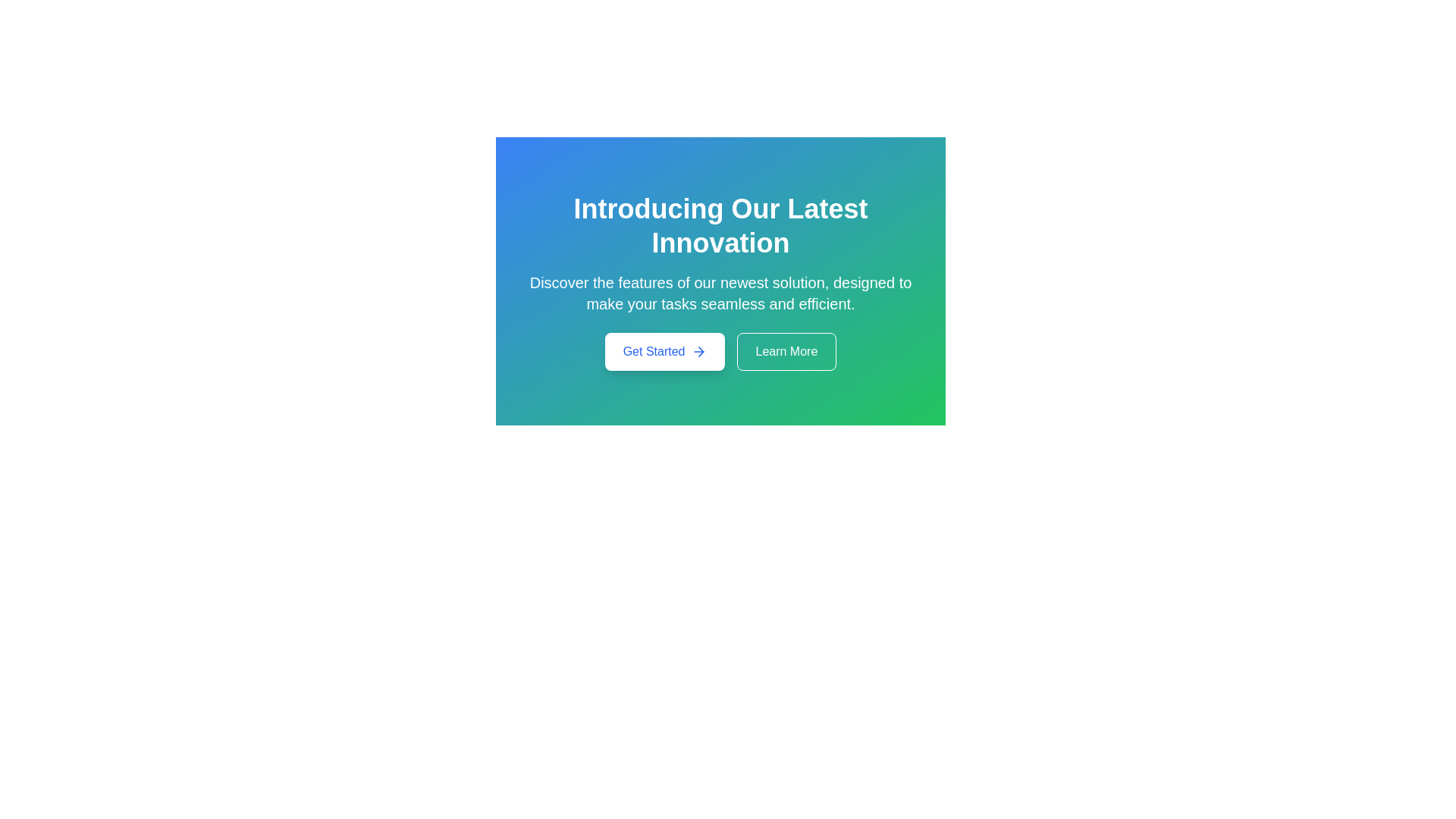 The height and width of the screenshot is (819, 1456). What do you see at coordinates (698, 351) in the screenshot?
I see `the rightward-pointing arrow icon within the 'Get Started' button, which is located at the bottom-left of the modal` at bounding box center [698, 351].